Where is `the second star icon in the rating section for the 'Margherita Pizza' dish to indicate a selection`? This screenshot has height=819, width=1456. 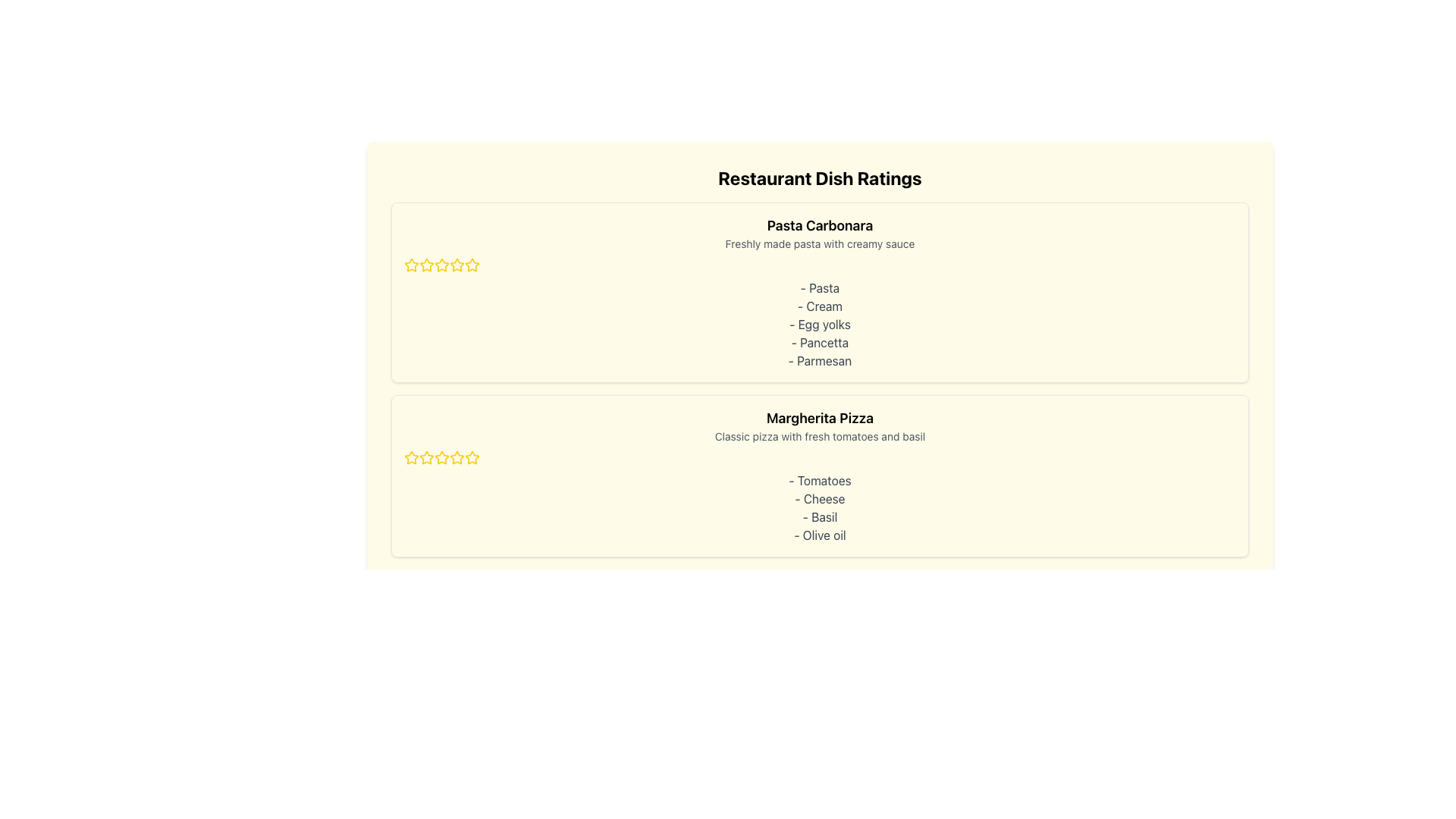 the second star icon in the rating section for the 'Margherita Pizza' dish to indicate a selection is located at coordinates (441, 457).